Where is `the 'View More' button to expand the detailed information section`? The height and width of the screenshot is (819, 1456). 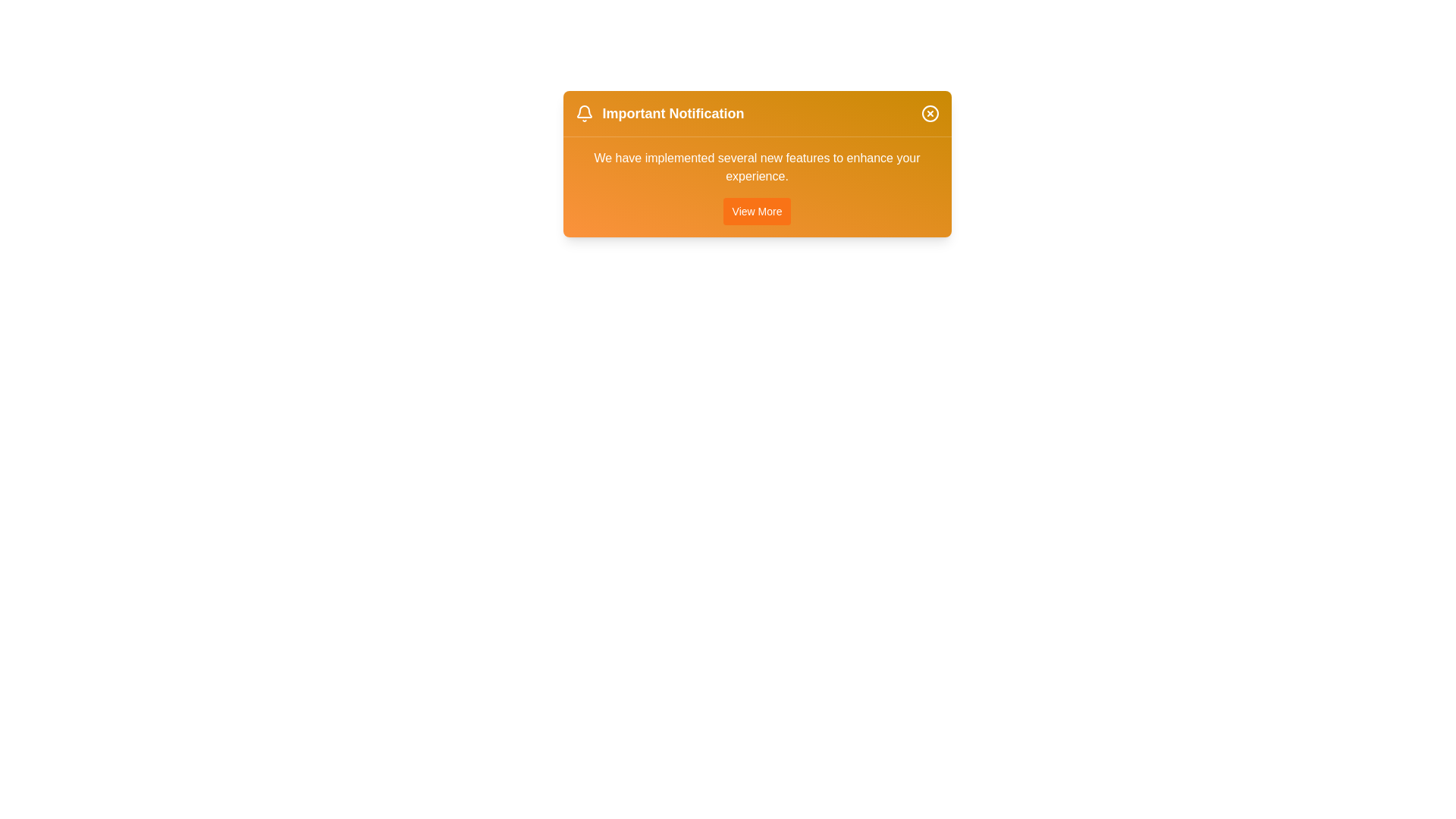
the 'View More' button to expand the detailed information section is located at coordinates (757, 211).